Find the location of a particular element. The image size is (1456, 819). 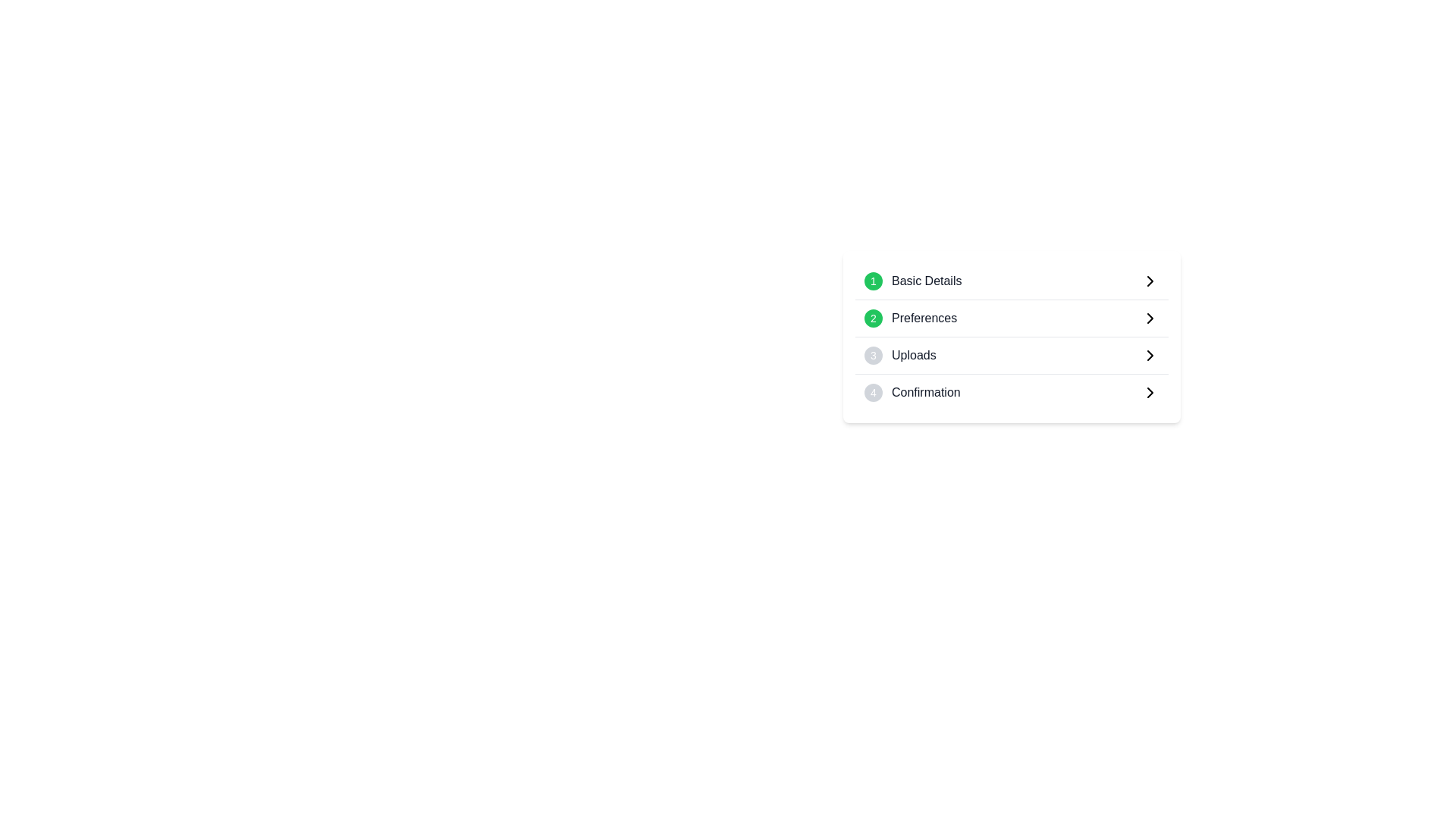

label displaying the word 'Uploads' which is part of the third item in a vertical list, located to the right of a circular icon with the number '3' is located at coordinates (913, 356).